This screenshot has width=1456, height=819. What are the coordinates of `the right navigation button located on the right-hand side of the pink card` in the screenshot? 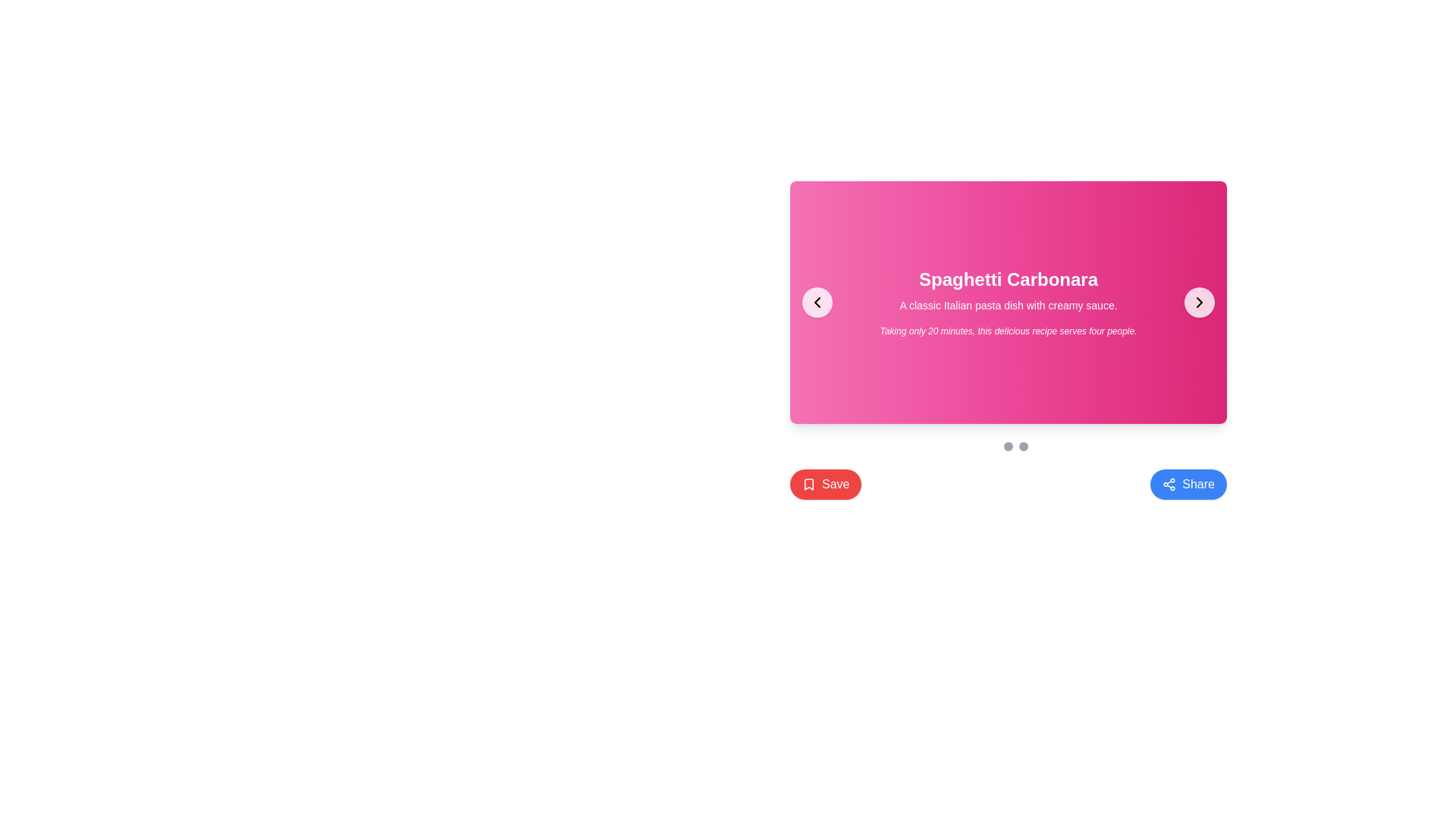 It's located at (1199, 302).